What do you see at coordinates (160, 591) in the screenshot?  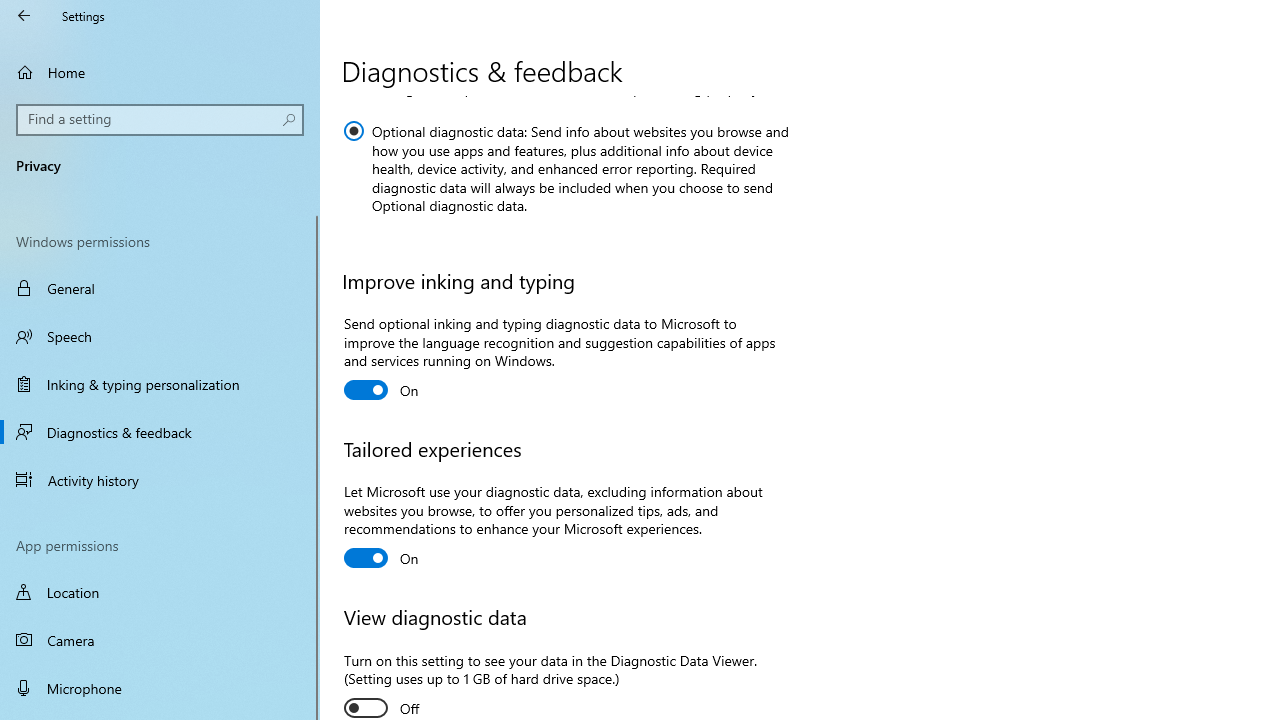 I see `'Location'` at bounding box center [160, 591].